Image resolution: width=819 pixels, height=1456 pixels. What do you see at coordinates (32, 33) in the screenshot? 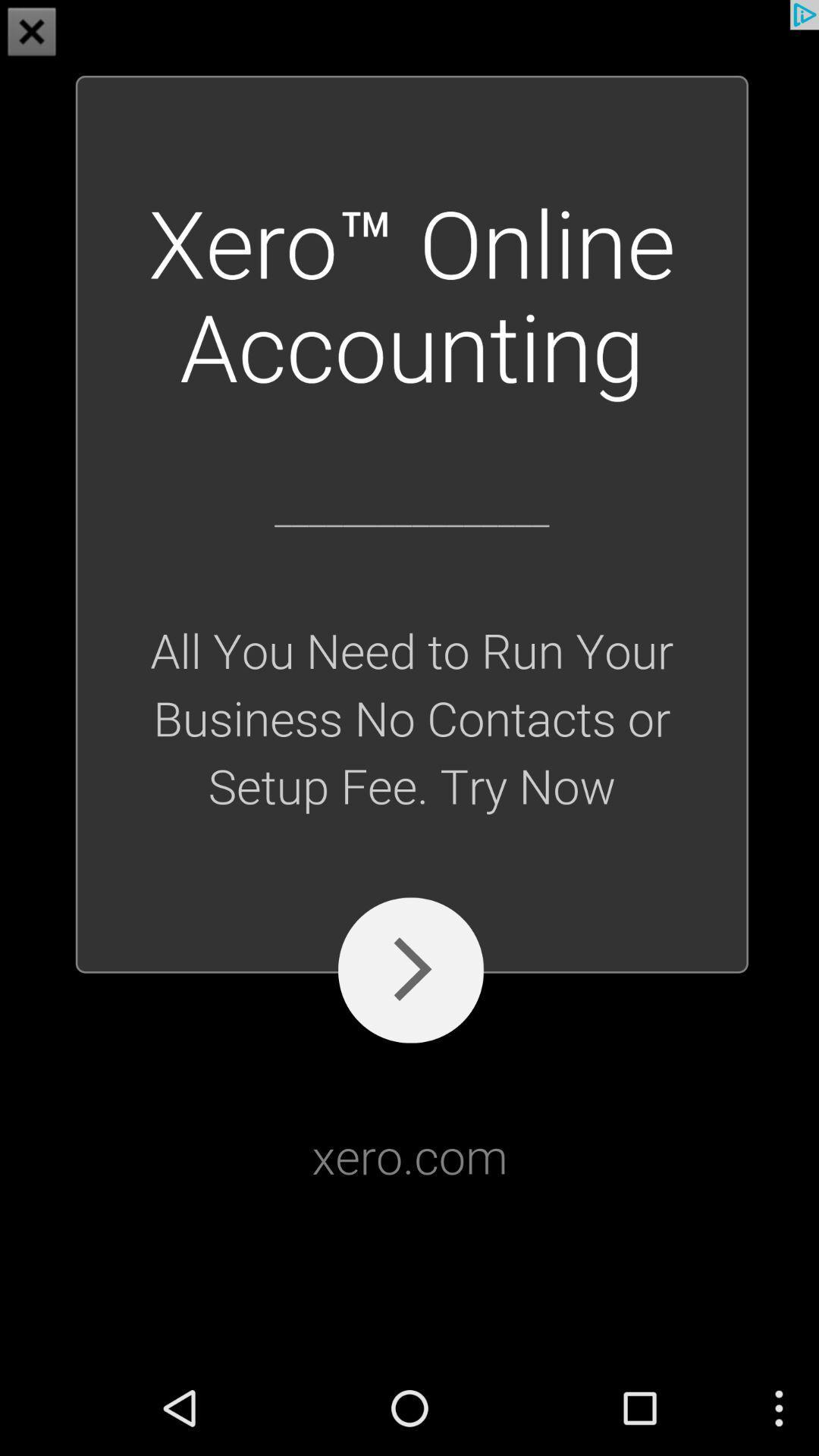
I see `the close icon` at bounding box center [32, 33].